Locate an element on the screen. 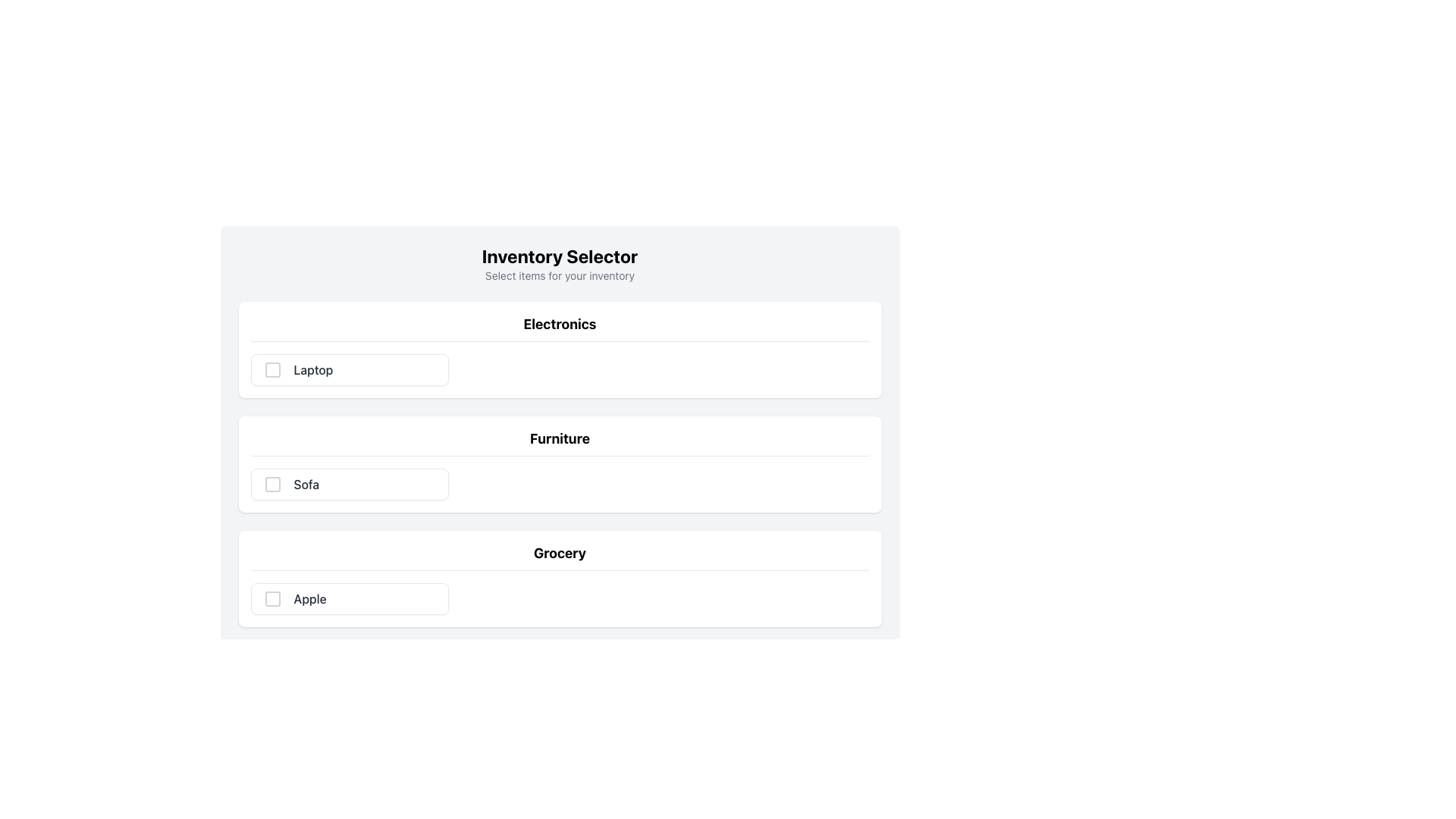 Image resolution: width=1456 pixels, height=819 pixels. the 'Laptop' checkbox button in the 'Electronics' section to observe any hover effects is located at coordinates (349, 370).